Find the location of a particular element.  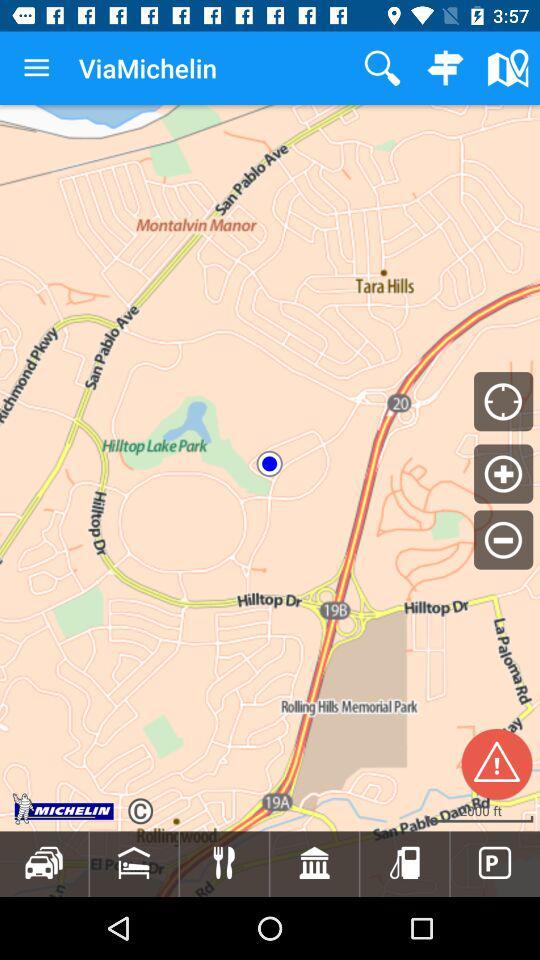

the minus icon is located at coordinates (502, 538).